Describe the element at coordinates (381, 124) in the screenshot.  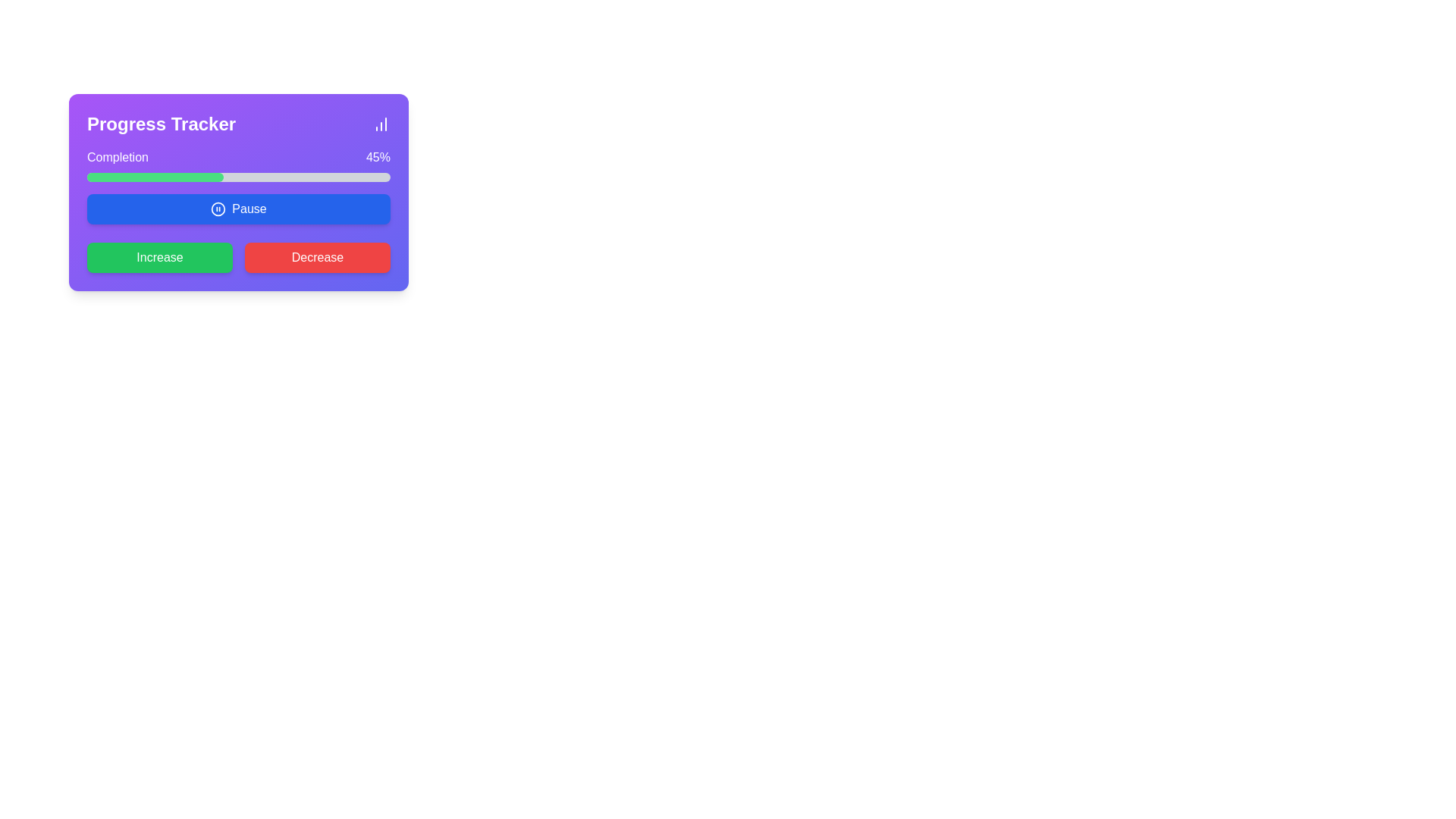
I see `the icon located at the top-right corner of the purple card labeled 'Progress Tracker', which serves as a visual indicator for accessing detailed statistical data or progress insights` at that location.